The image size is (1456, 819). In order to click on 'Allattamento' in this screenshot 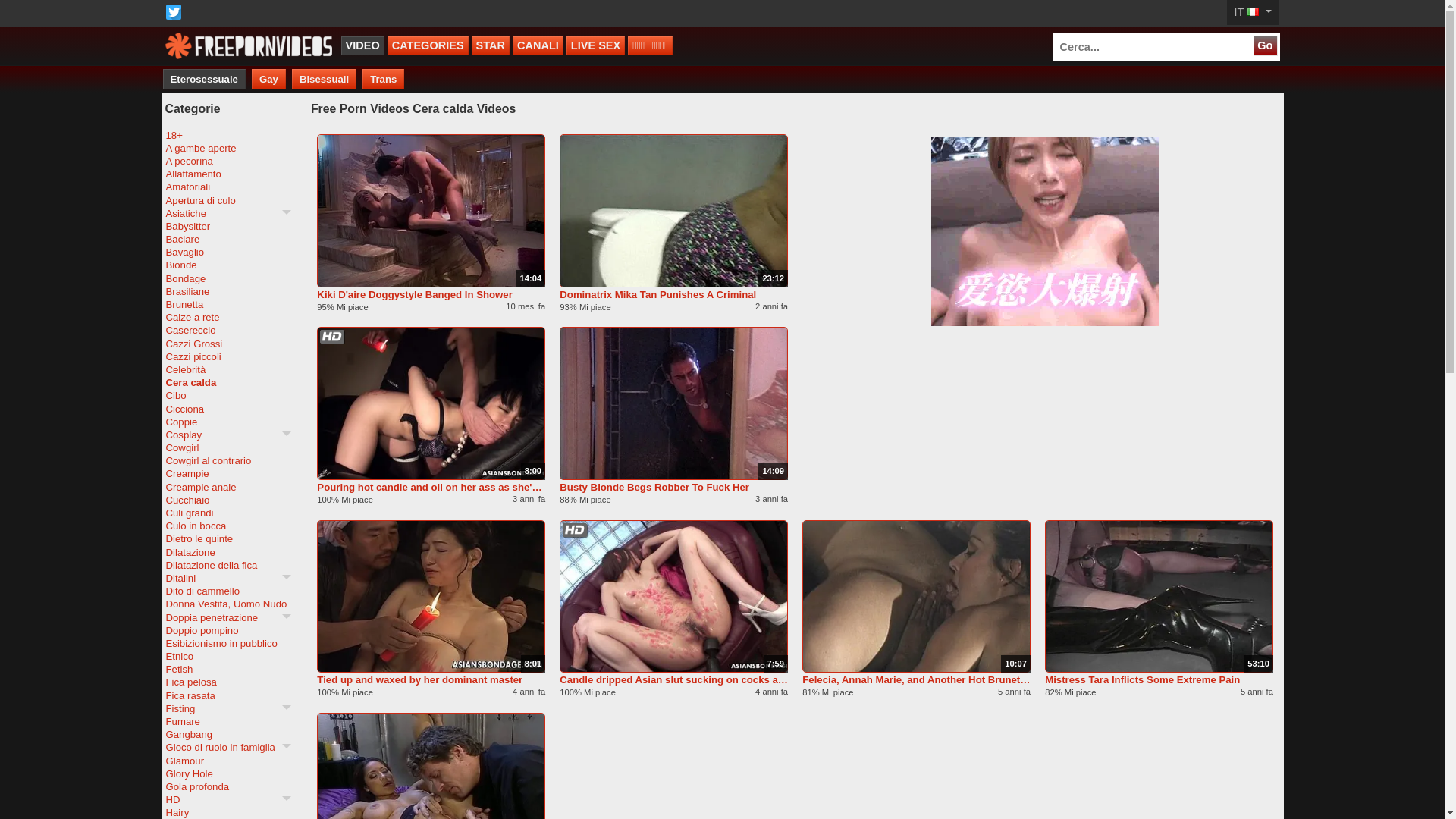, I will do `click(227, 173)`.